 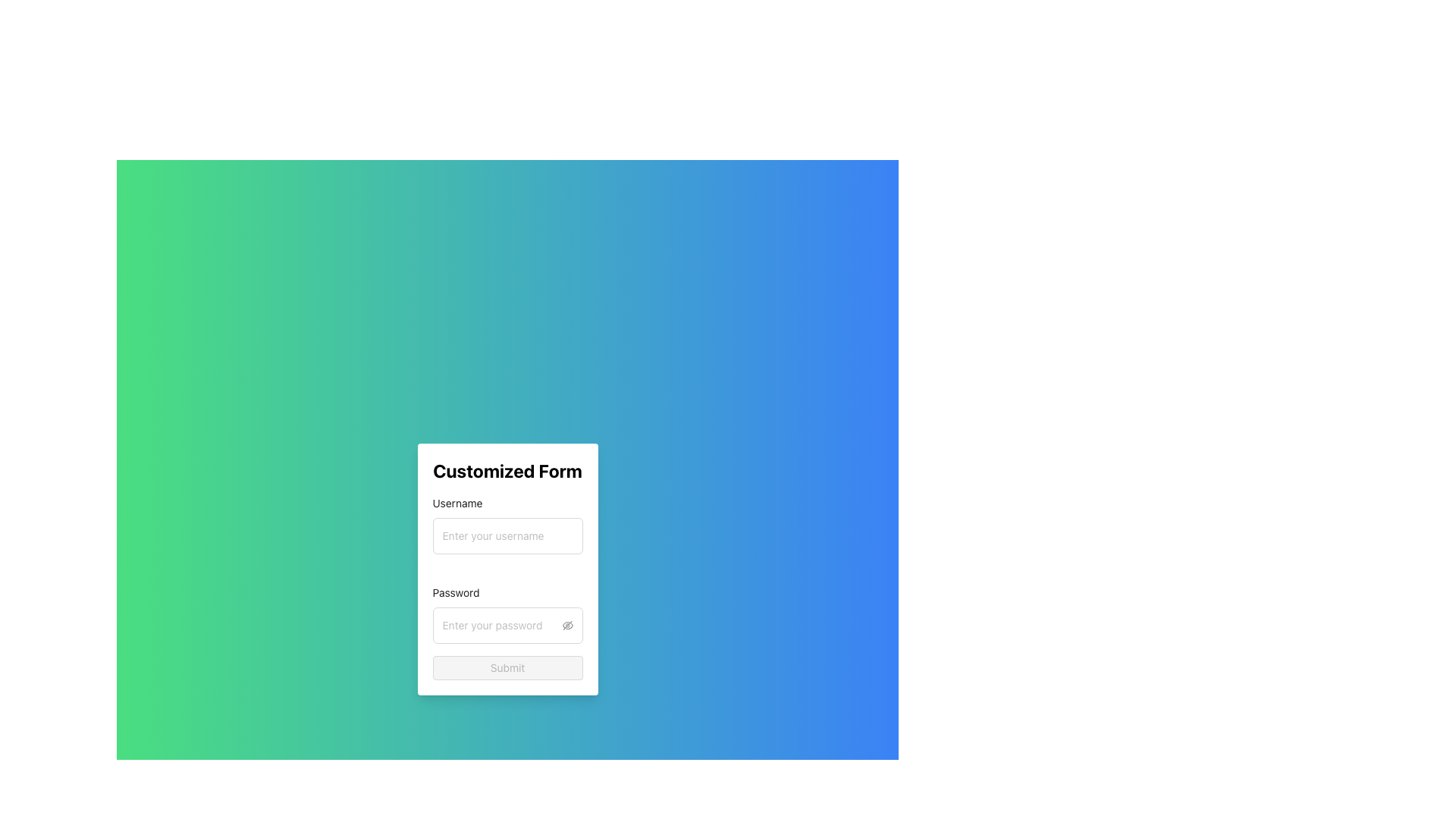 What do you see at coordinates (507, 614) in the screenshot?
I see `the Password input field in the Customized Form to focus on it for entering the password` at bounding box center [507, 614].